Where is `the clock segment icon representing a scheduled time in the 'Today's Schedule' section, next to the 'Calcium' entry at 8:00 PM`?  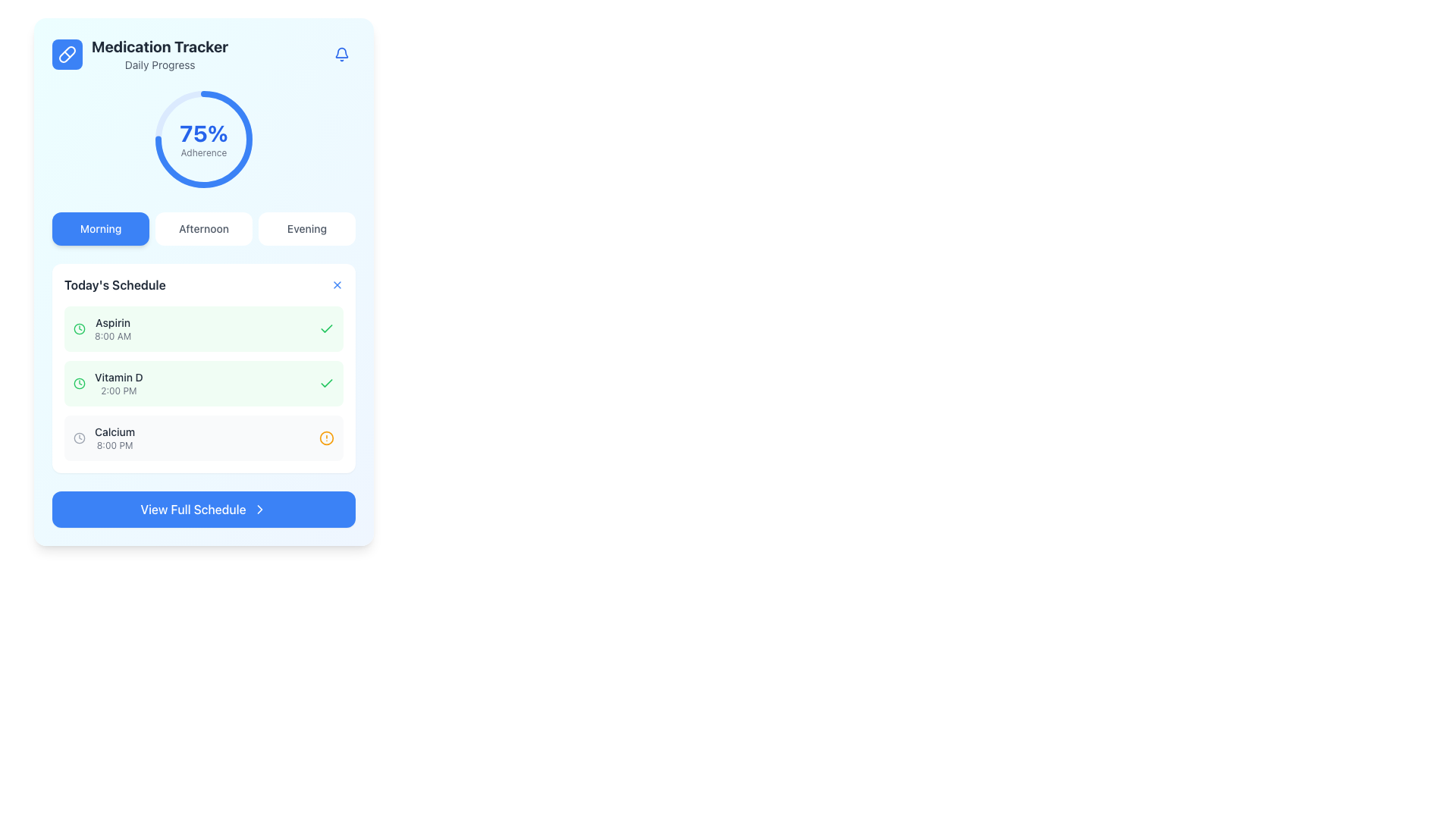
the clock segment icon representing a scheduled time in the 'Today's Schedule' section, next to the 'Calcium' entry at 8:00 PM is located at coordinates (79, 438).